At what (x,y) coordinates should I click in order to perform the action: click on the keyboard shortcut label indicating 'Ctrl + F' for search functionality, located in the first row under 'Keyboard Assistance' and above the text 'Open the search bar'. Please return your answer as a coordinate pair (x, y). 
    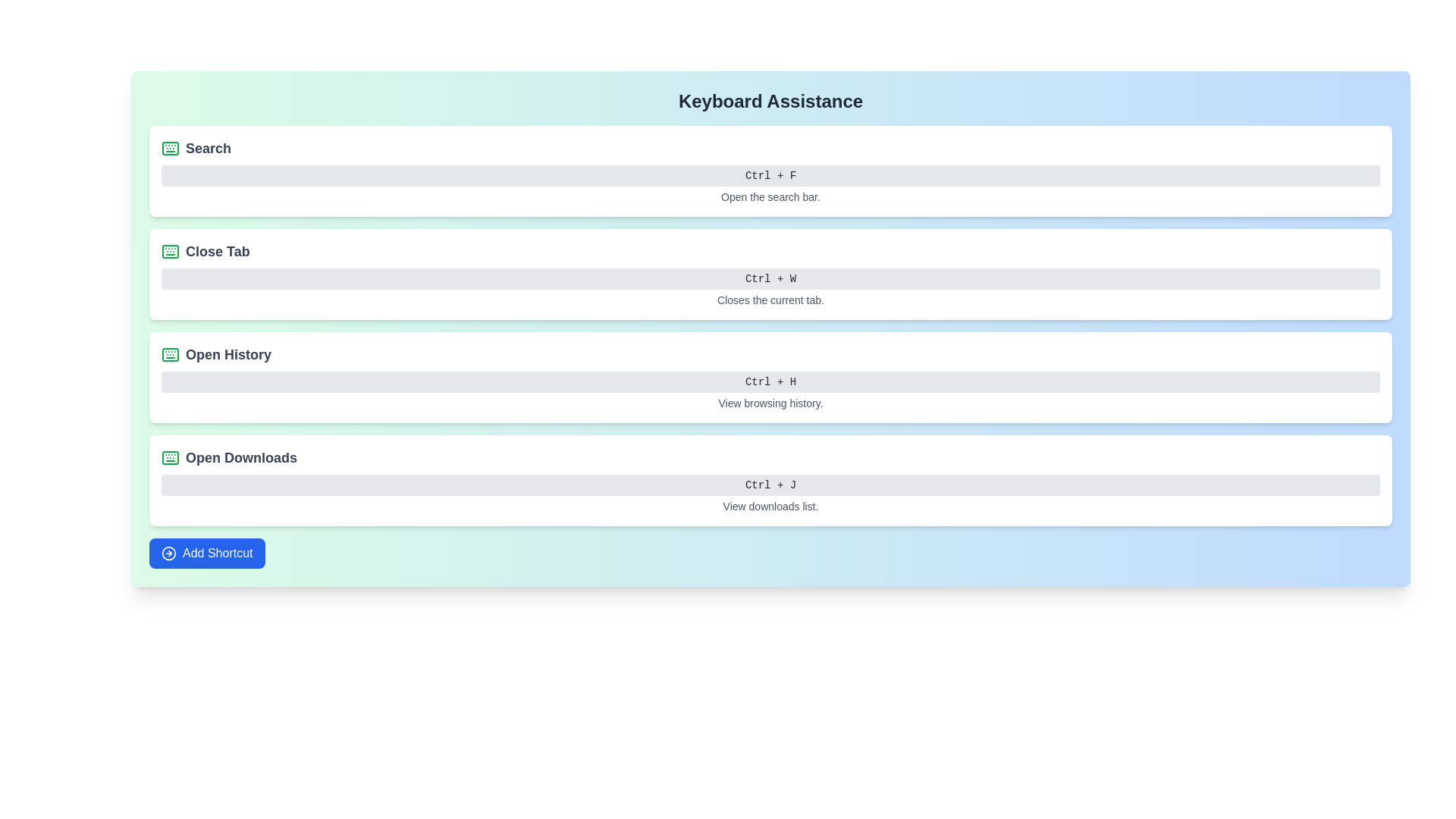
    Looking at the image, I should click on (770, 174).